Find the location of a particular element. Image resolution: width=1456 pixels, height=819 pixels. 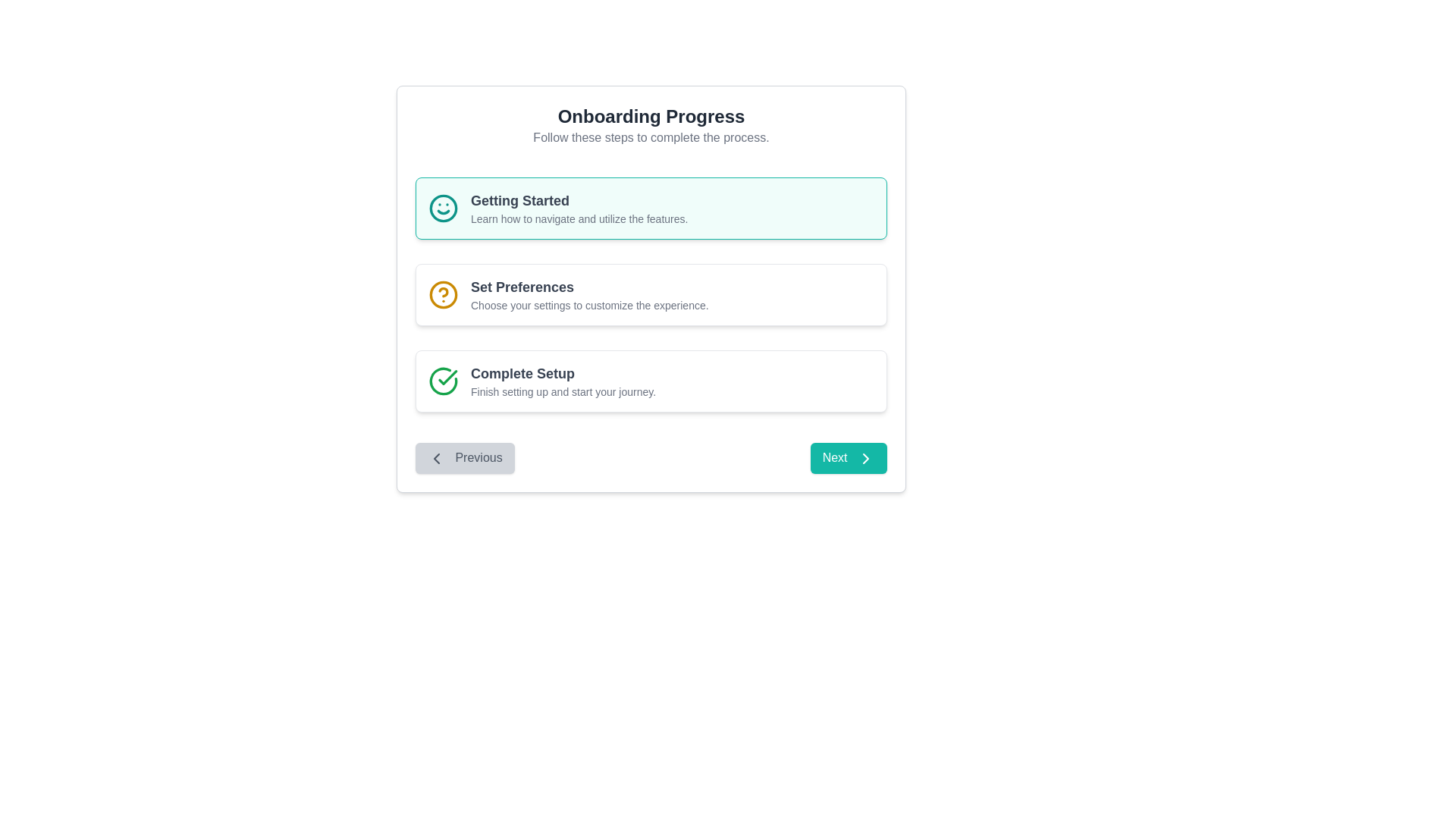

small-sized text section containing the content: 'Choose your settings to customize the experience.' located below the title 'Set Preferences.' is located at coordinates (588, 305).